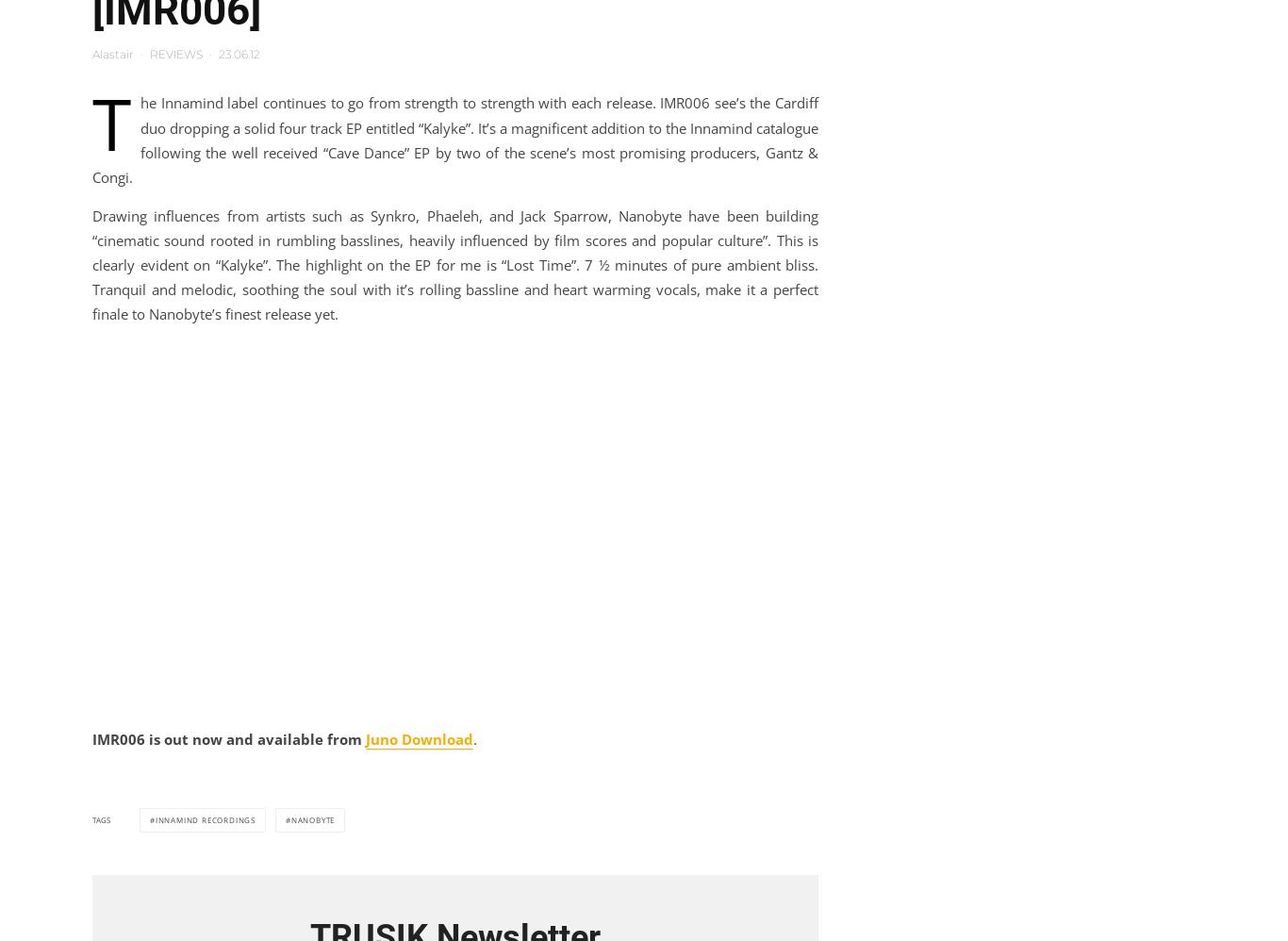 The width and height of the screenshot is (1288, 941). Describe the element at coordinates (473, 737) in the screenshot. I see `'.'` at that location.